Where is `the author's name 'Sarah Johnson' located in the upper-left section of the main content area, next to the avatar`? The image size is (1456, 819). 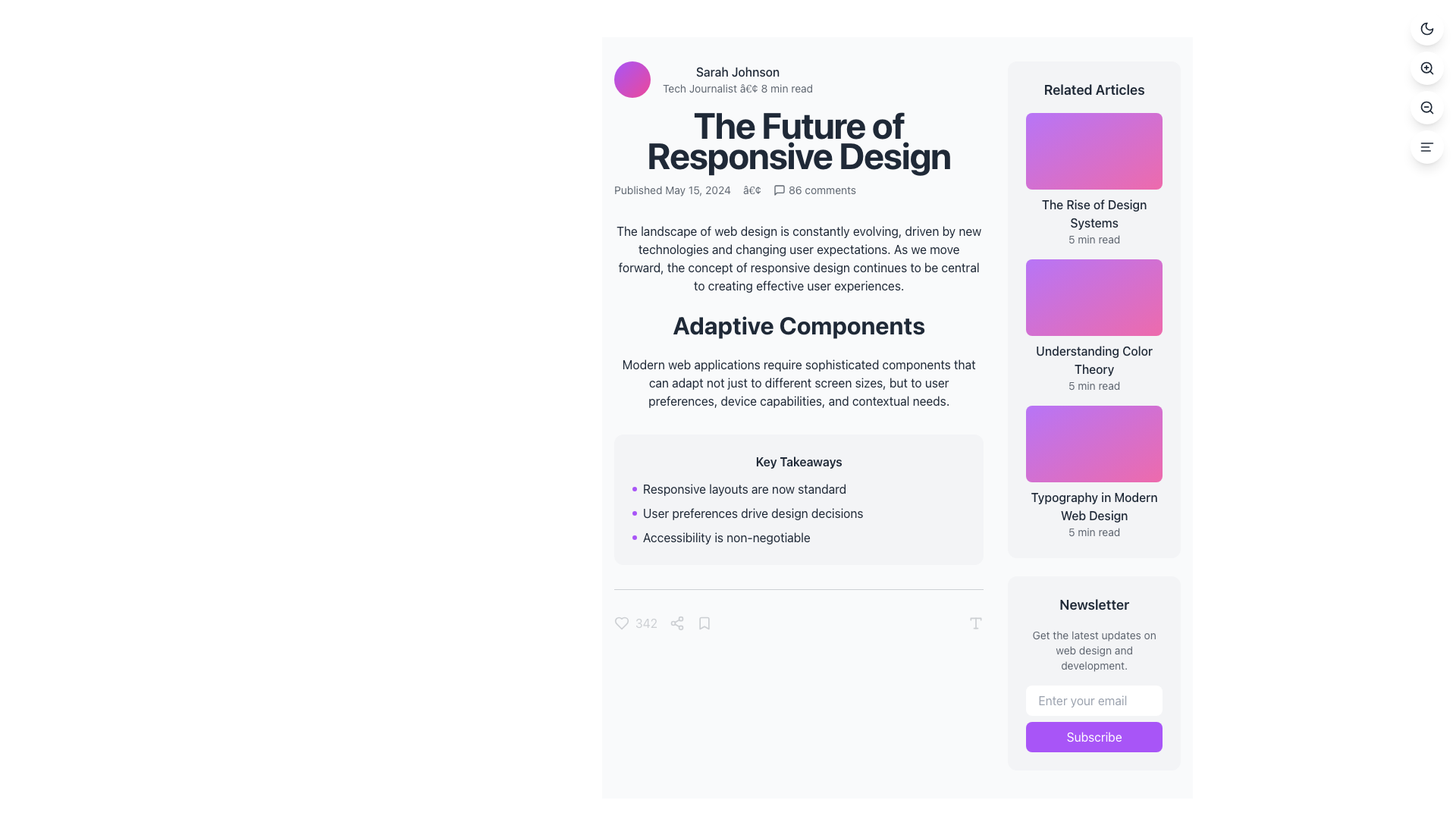
the author's name 'Sarah Johnson' located in the upper-left section of the main content area, next to the avatar is located at coordinates (738, 79).